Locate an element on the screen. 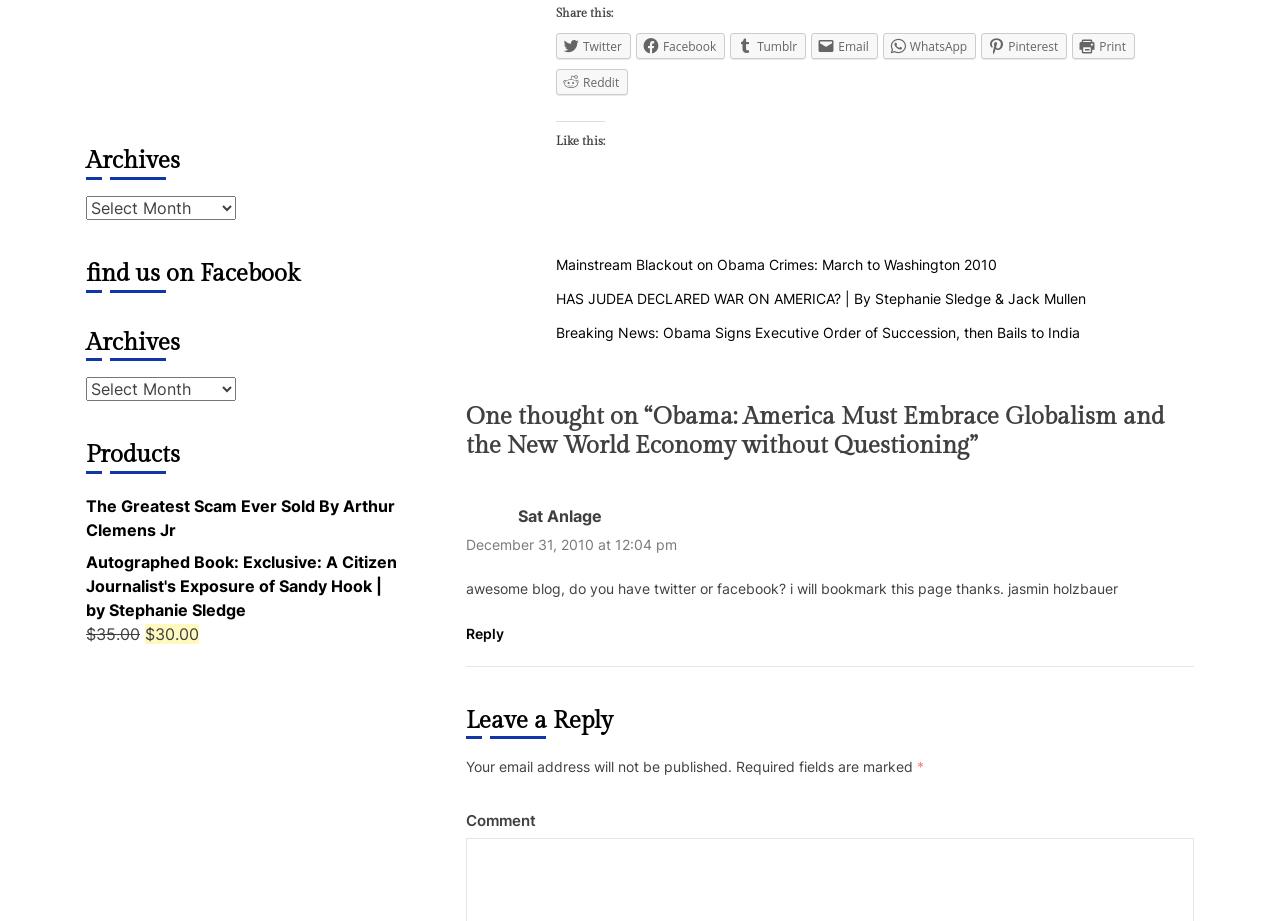 Image resolution: width=1280 pixels, height=921 pixels. 'One thought on “' is located at coordinates (465, 416).